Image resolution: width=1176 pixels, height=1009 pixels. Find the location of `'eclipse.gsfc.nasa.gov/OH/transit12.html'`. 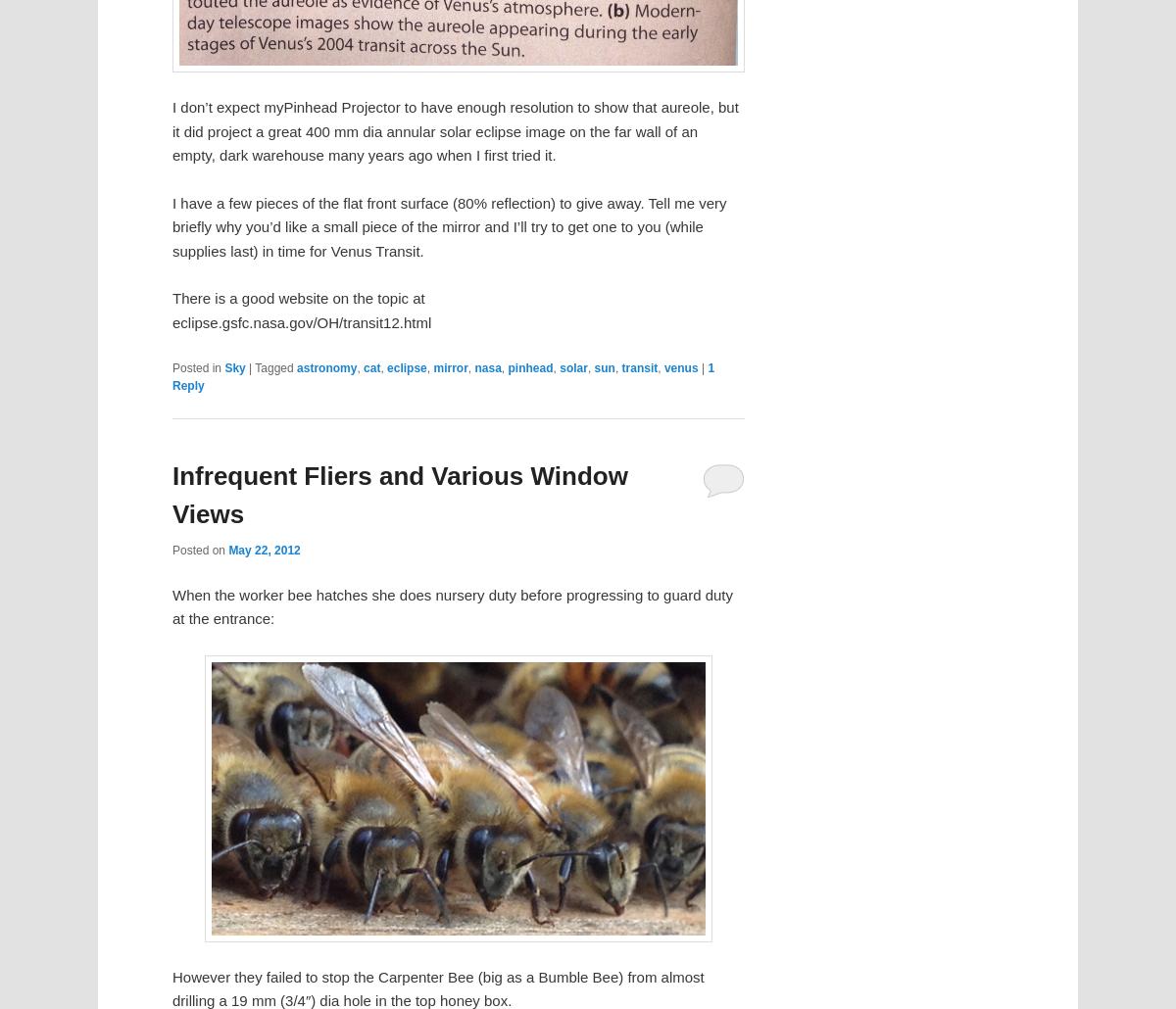

'eclipse.gsfc.nasa.gov/OH/transit12.html' is located at coordinates (302, 320).